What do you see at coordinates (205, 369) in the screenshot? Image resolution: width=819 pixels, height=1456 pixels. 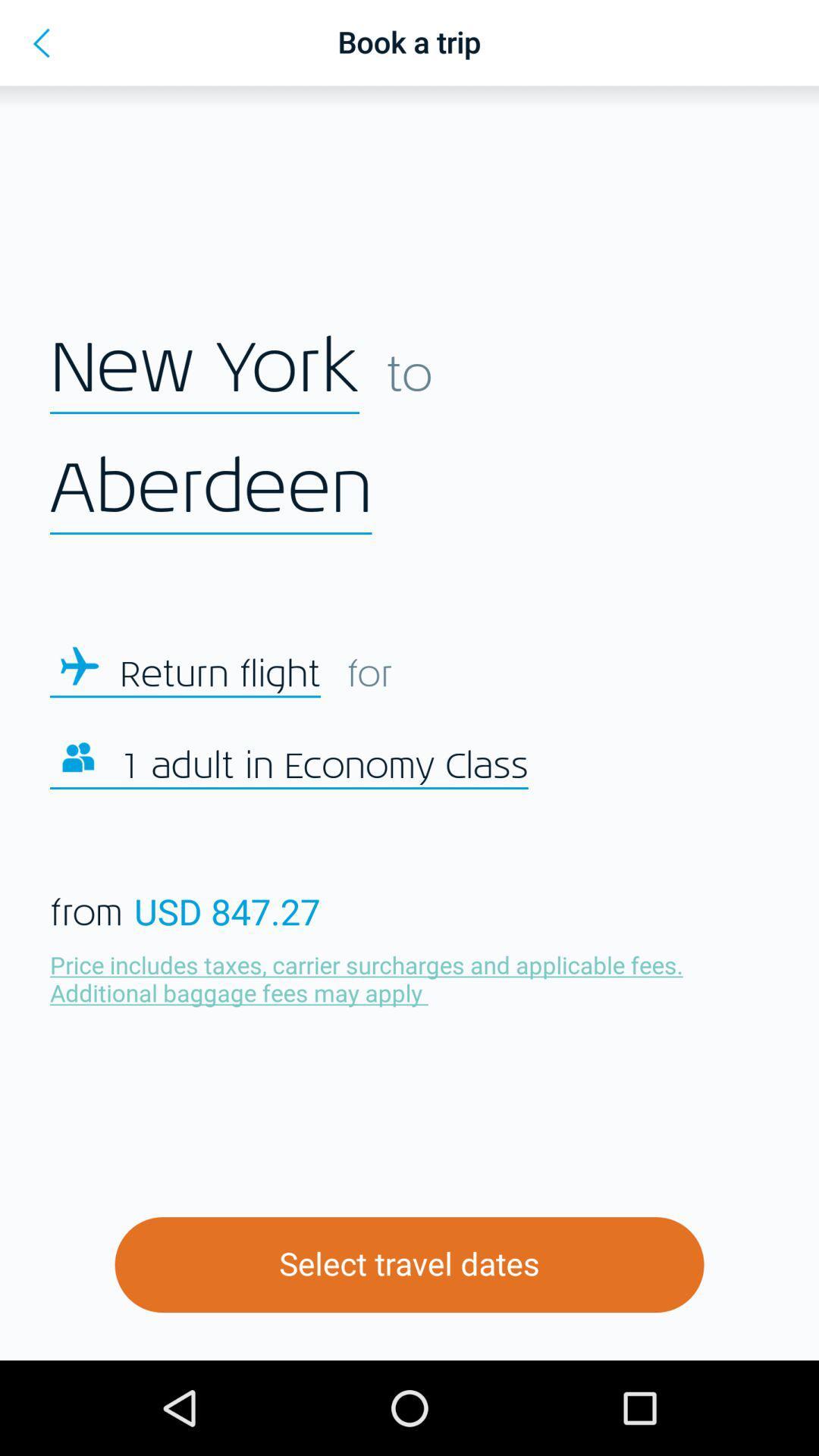 I see `the item to the left of to icon` at bounding box center [205, 369].